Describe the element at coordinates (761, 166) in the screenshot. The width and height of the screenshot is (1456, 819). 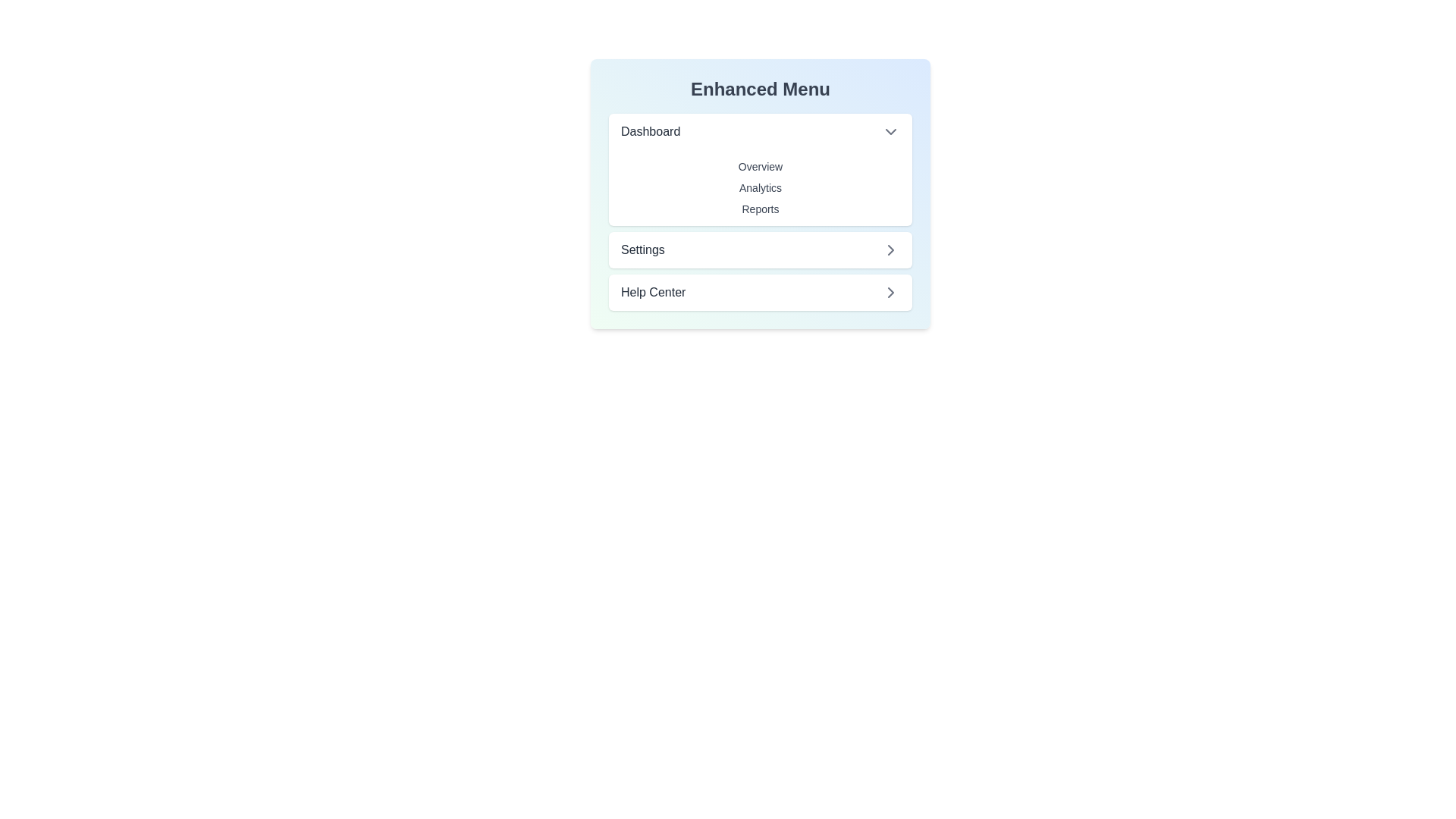
I see `the first Text label under the 'Dashboard' section` at that location.